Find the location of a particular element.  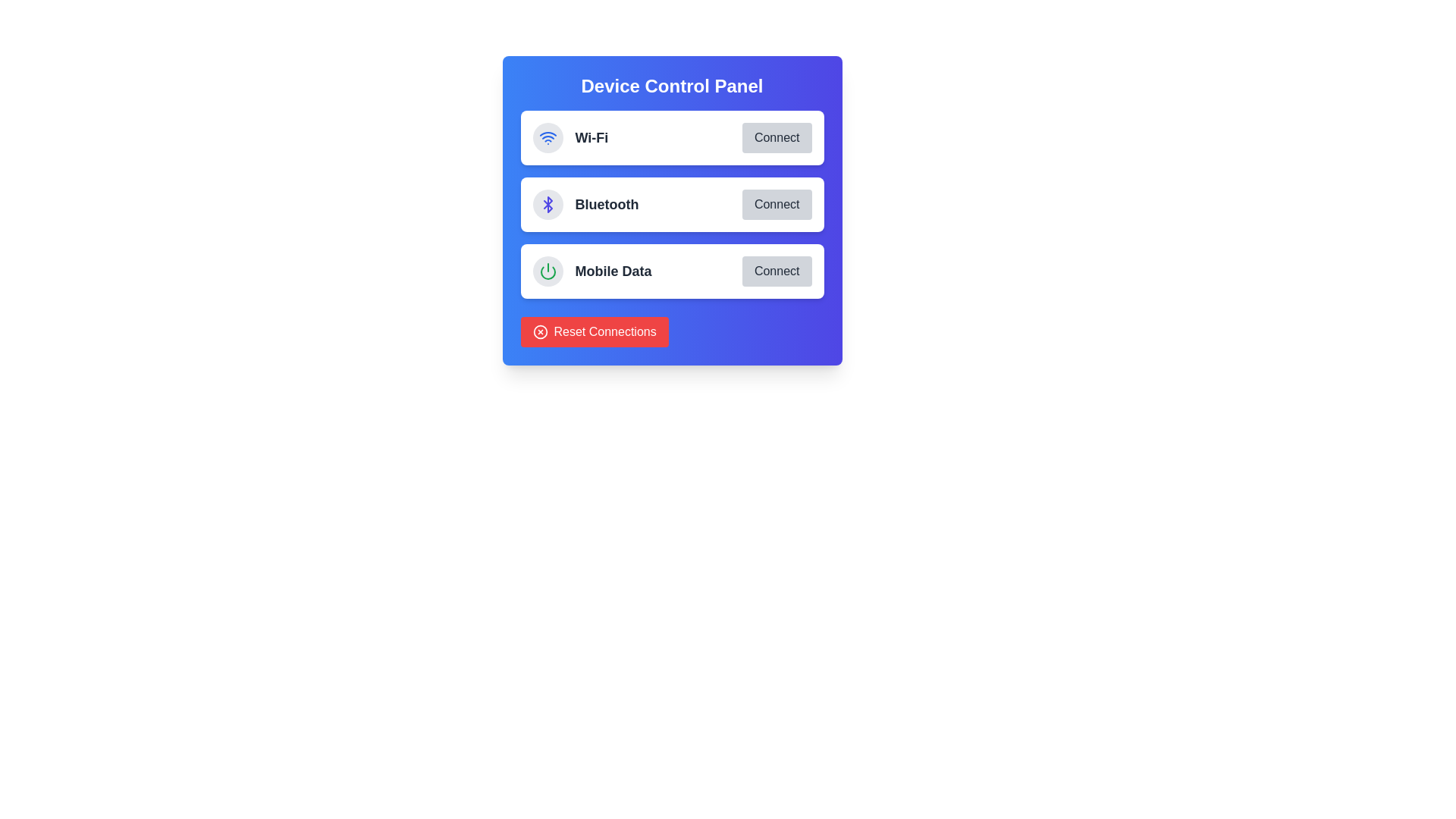

the 'Connect' button located in the top row of the Wi-Fi section is located at coordinates (777, 137).